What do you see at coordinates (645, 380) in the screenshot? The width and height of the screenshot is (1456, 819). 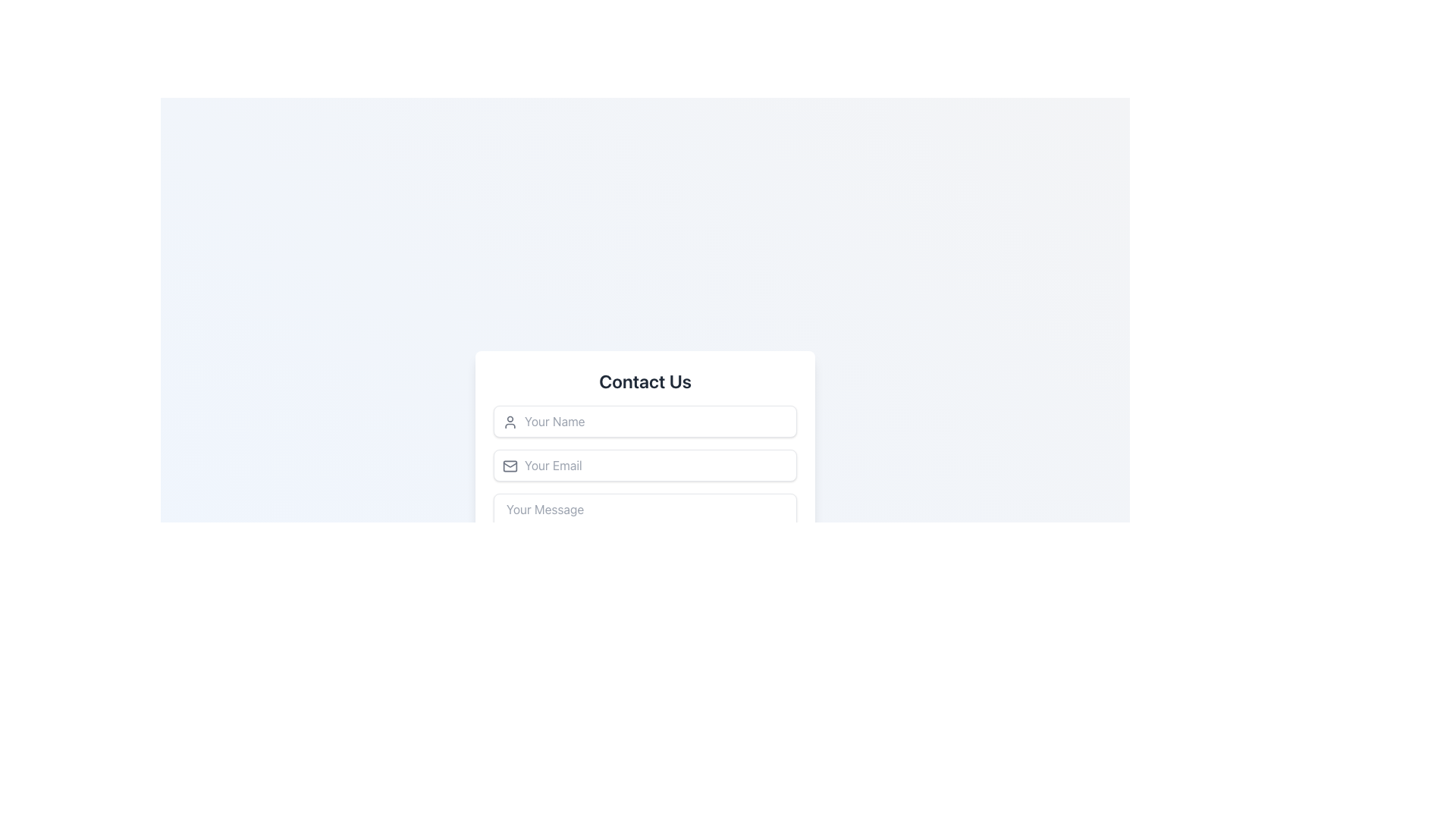 I see `the 'Contact Us' text label, which is a bold heading displayed at the top of a form-oriented card interface` at bounding box center [645, 380].